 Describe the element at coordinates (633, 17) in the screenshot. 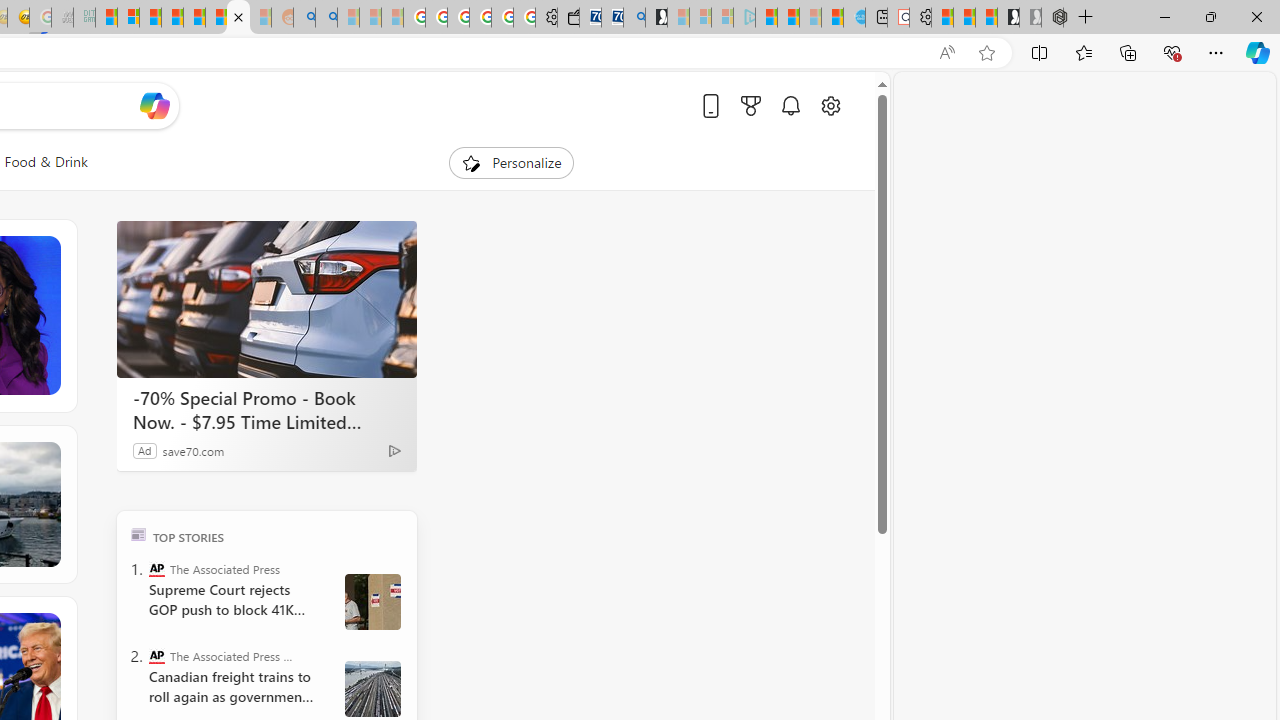

I see `'Bing Real Estate - Home sales and rental listings'` at that location.